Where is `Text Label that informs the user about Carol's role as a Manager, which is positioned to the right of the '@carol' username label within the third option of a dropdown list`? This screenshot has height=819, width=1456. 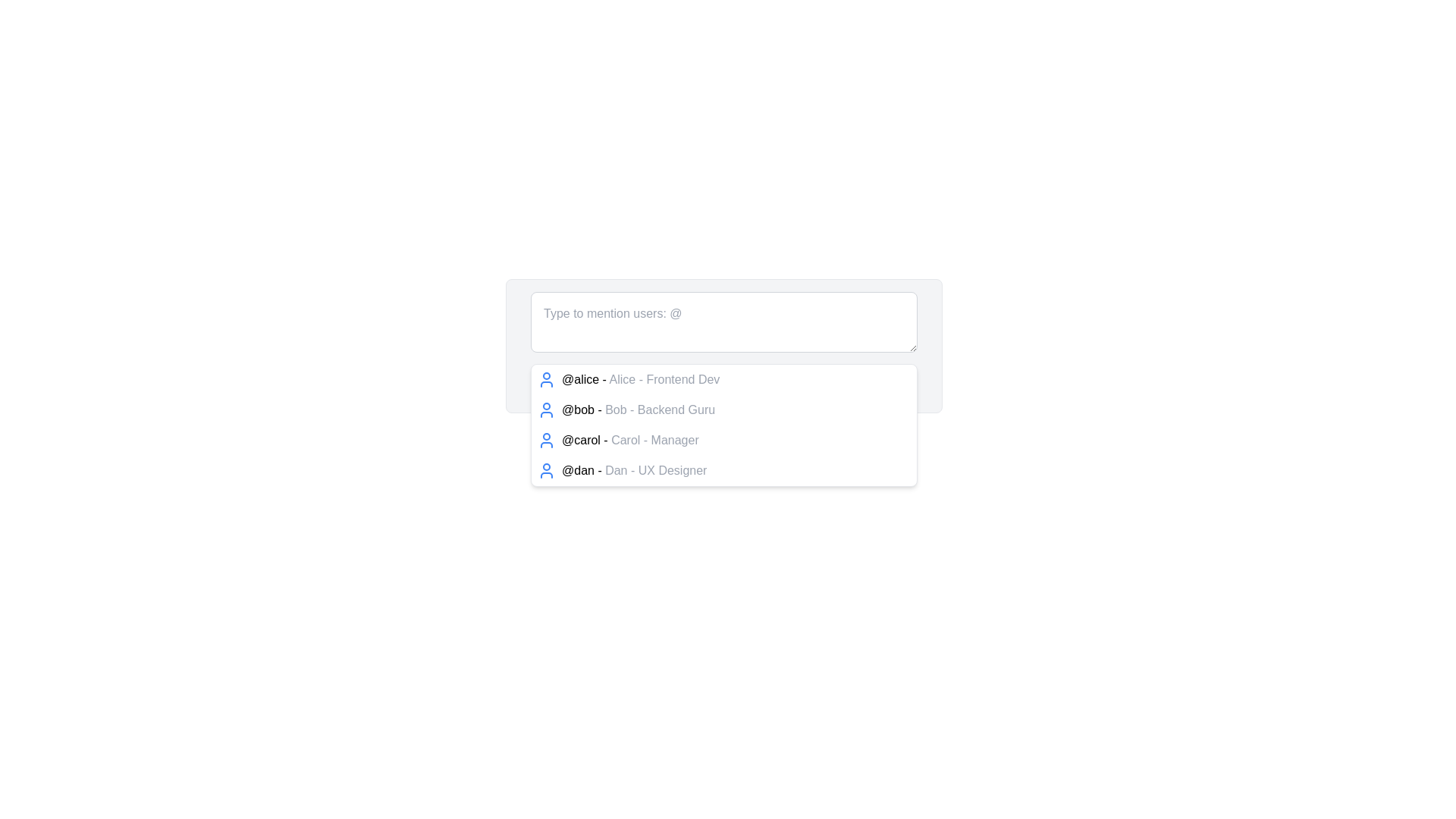
Text Label that informs the user about Carol's role as a Manager, which is positioned to the right of the '@carol' username label within the third option of a dropdown list is located at coordinates (655, 440).